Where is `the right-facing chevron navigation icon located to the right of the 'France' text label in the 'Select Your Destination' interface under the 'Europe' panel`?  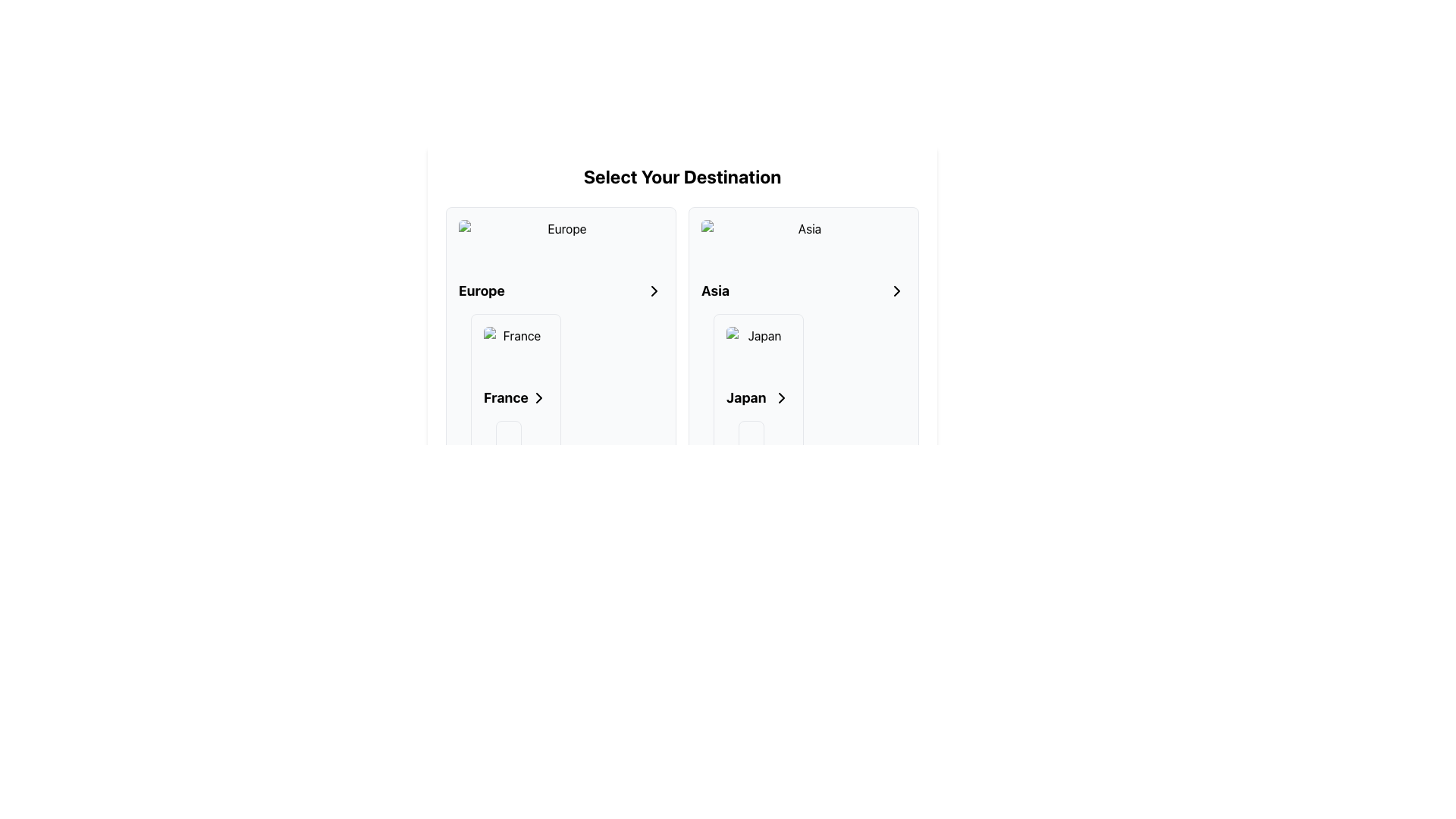 the right-facing chevron navigation icon located to the right of the 'France' text label in the 'Select Your Destination' interface under the 'Europe' panel is located at coordinates (538, 397).